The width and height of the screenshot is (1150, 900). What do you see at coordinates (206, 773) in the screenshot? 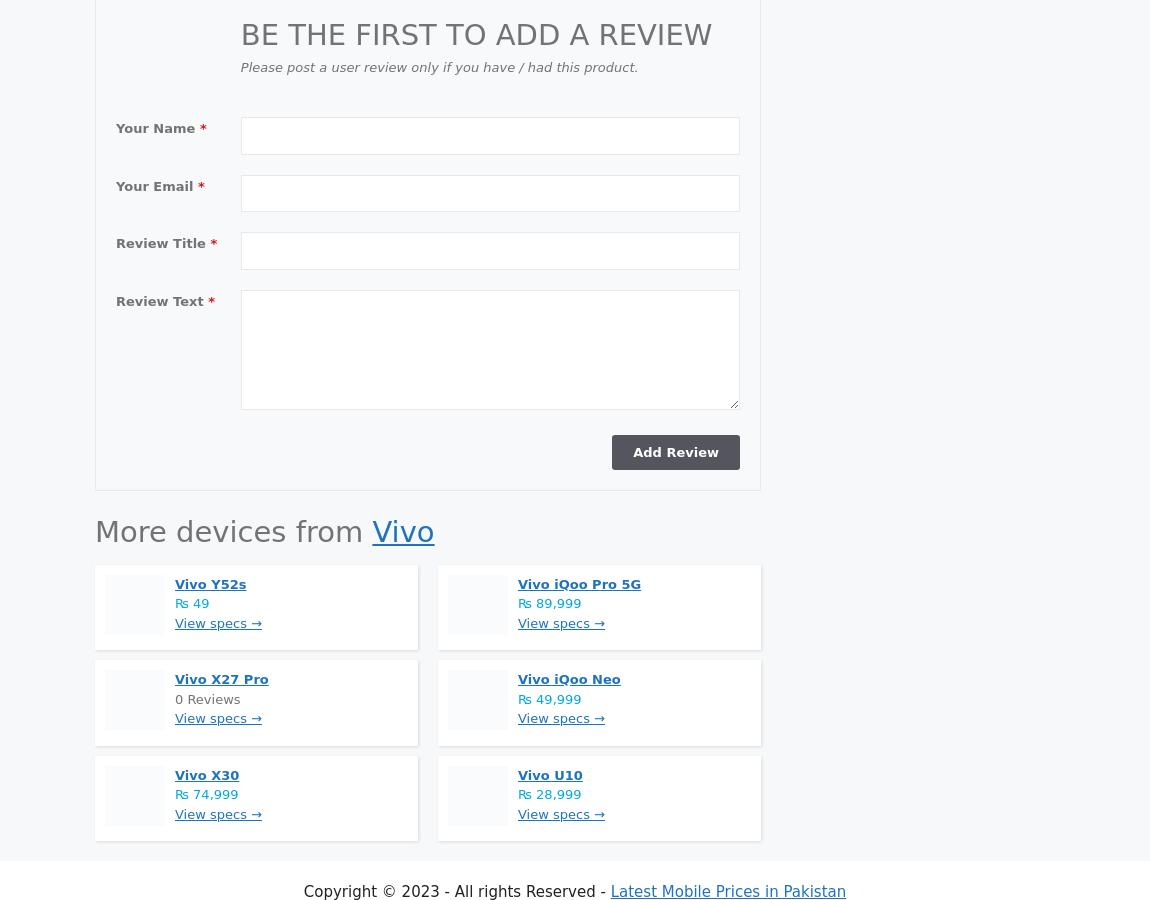
I see `'Vivo X30'` at bounding box center [206, 773].